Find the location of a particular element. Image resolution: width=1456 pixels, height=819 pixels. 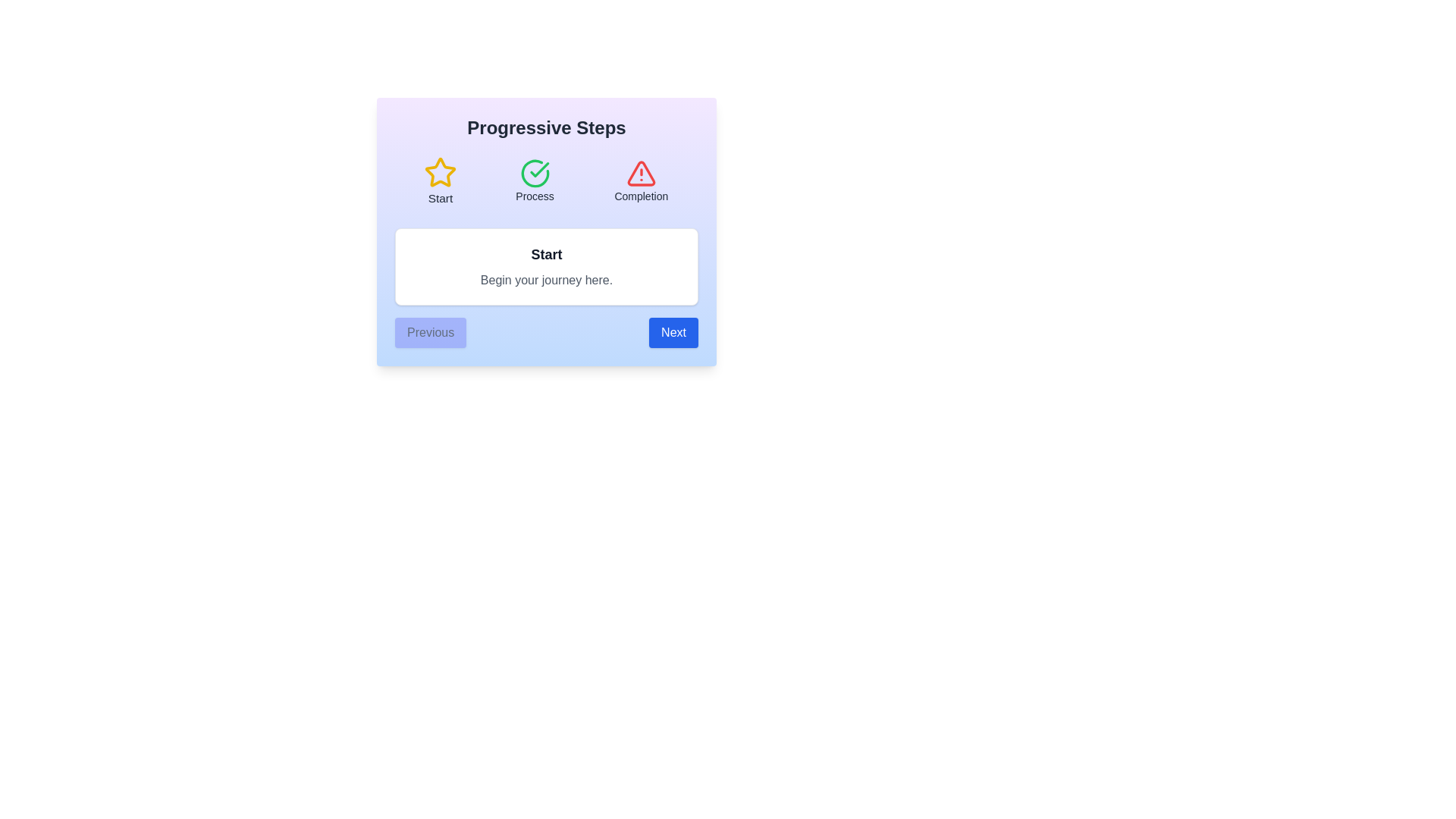

the stage button corresponding to Process is located at coordinates (535, 180).